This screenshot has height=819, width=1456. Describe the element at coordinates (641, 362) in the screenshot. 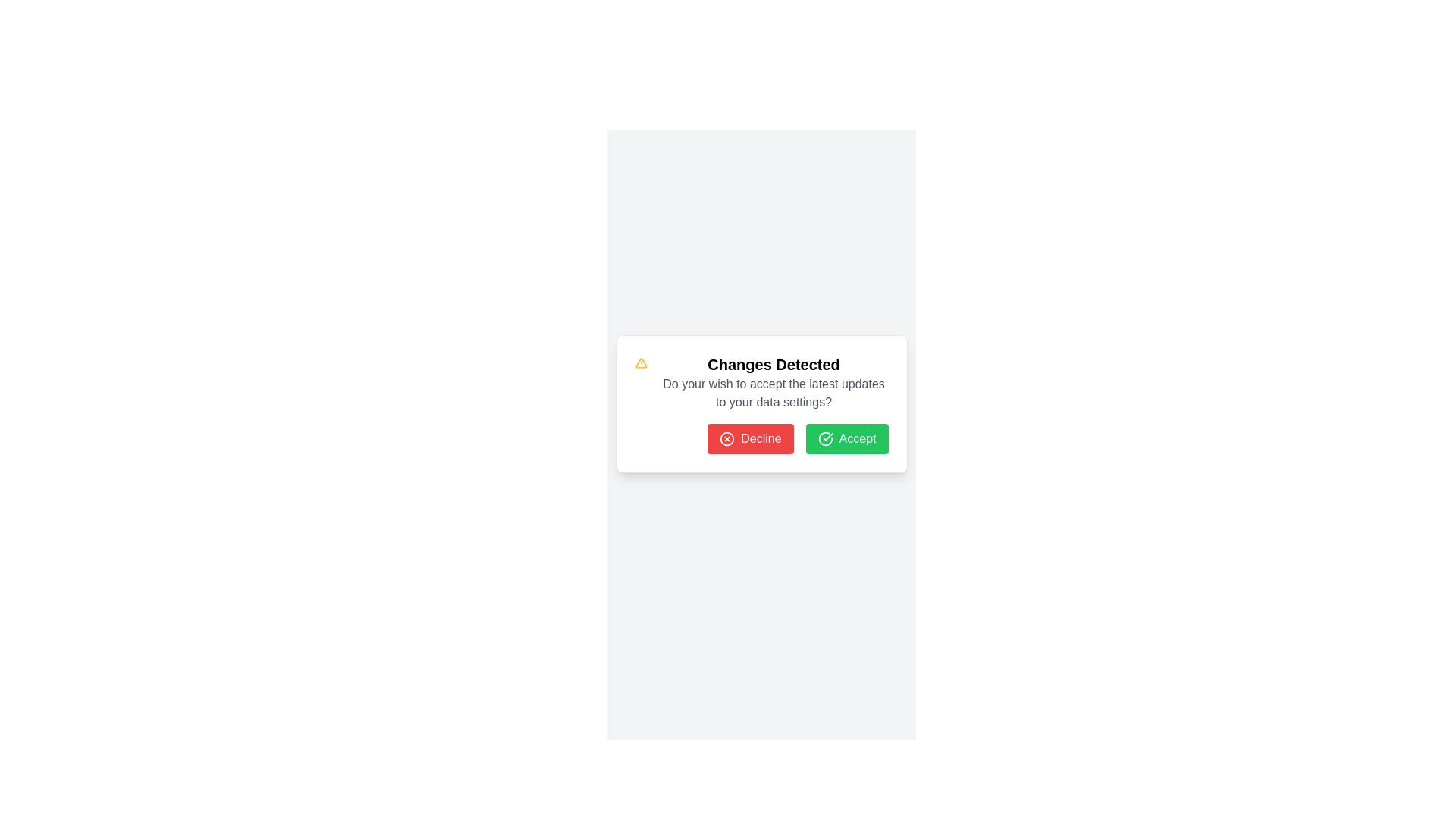

I see `the warning icon located at the top left of the modal box titled 'Changes Detected'` at that location.